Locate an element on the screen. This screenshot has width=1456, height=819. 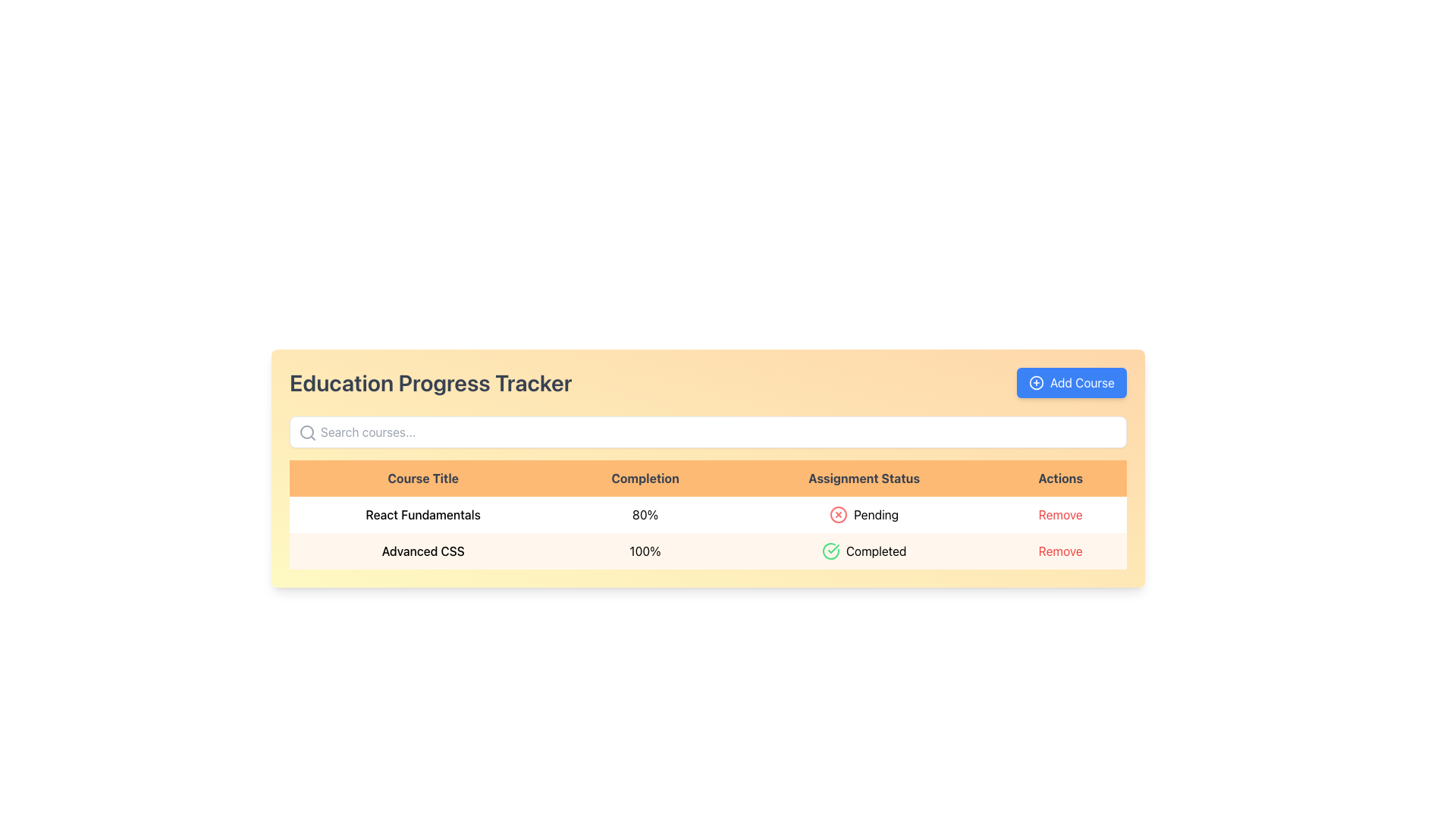
circular shape located at the center of the 'Add Course' button, which has a blue background and is positioned in the top right corner of the layout is located at coordinates (1036, 382).